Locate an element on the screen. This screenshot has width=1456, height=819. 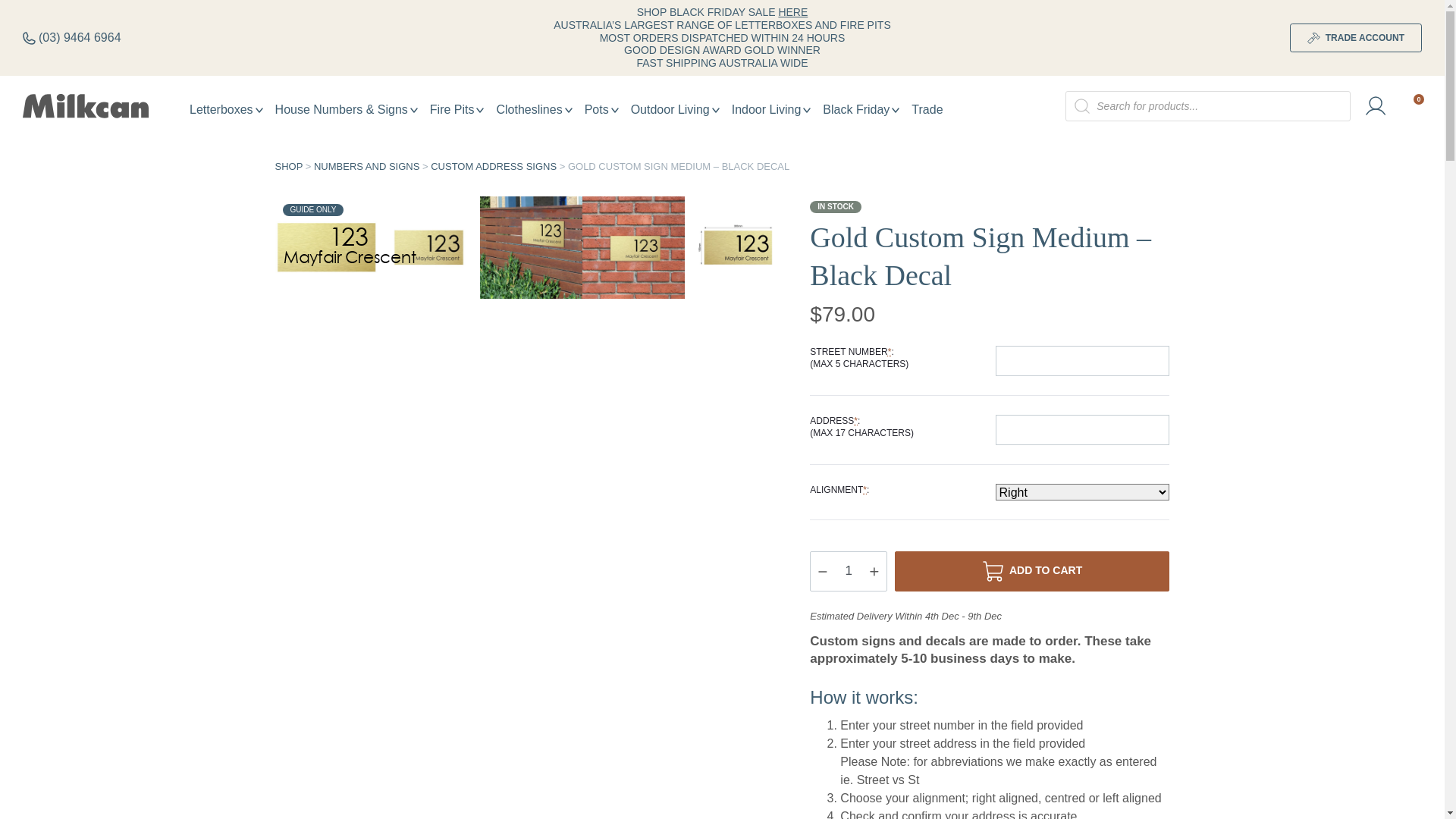
'Letterboxes' is located at coordinates (225, 108).